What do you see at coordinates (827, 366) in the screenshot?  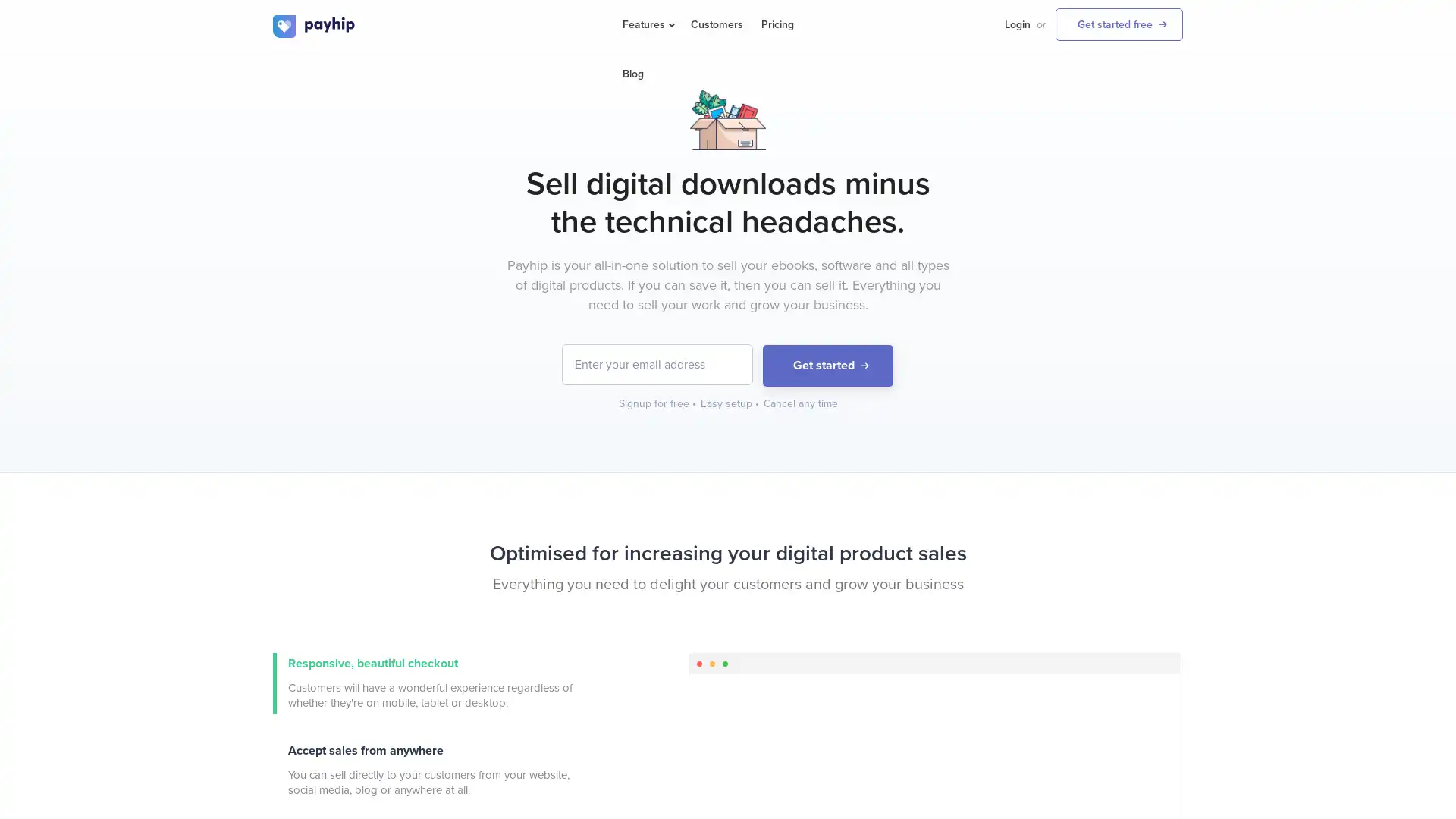 I see `Get started` at bounding box center [827, 366].